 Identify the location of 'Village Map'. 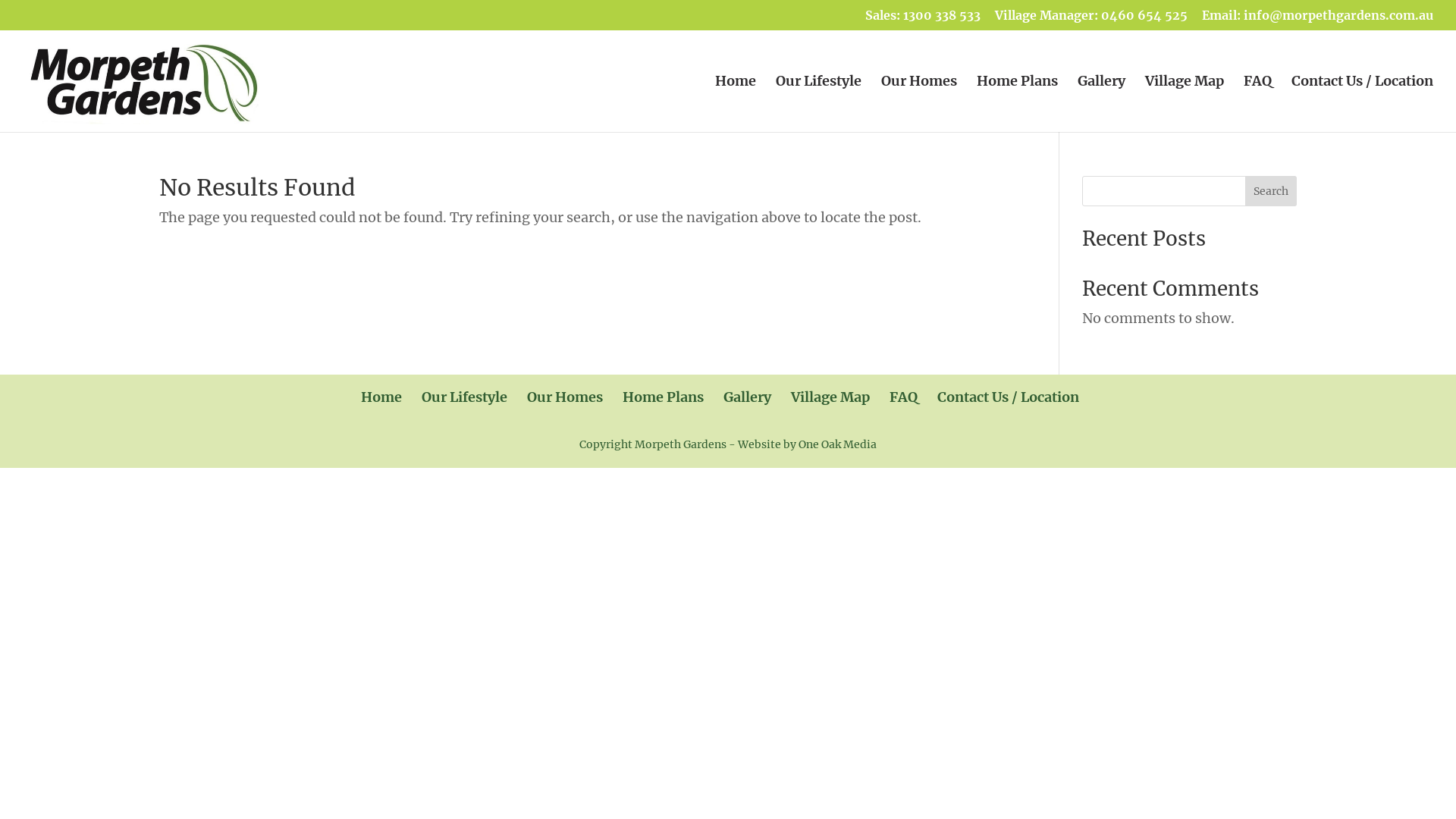
(1183, 103).